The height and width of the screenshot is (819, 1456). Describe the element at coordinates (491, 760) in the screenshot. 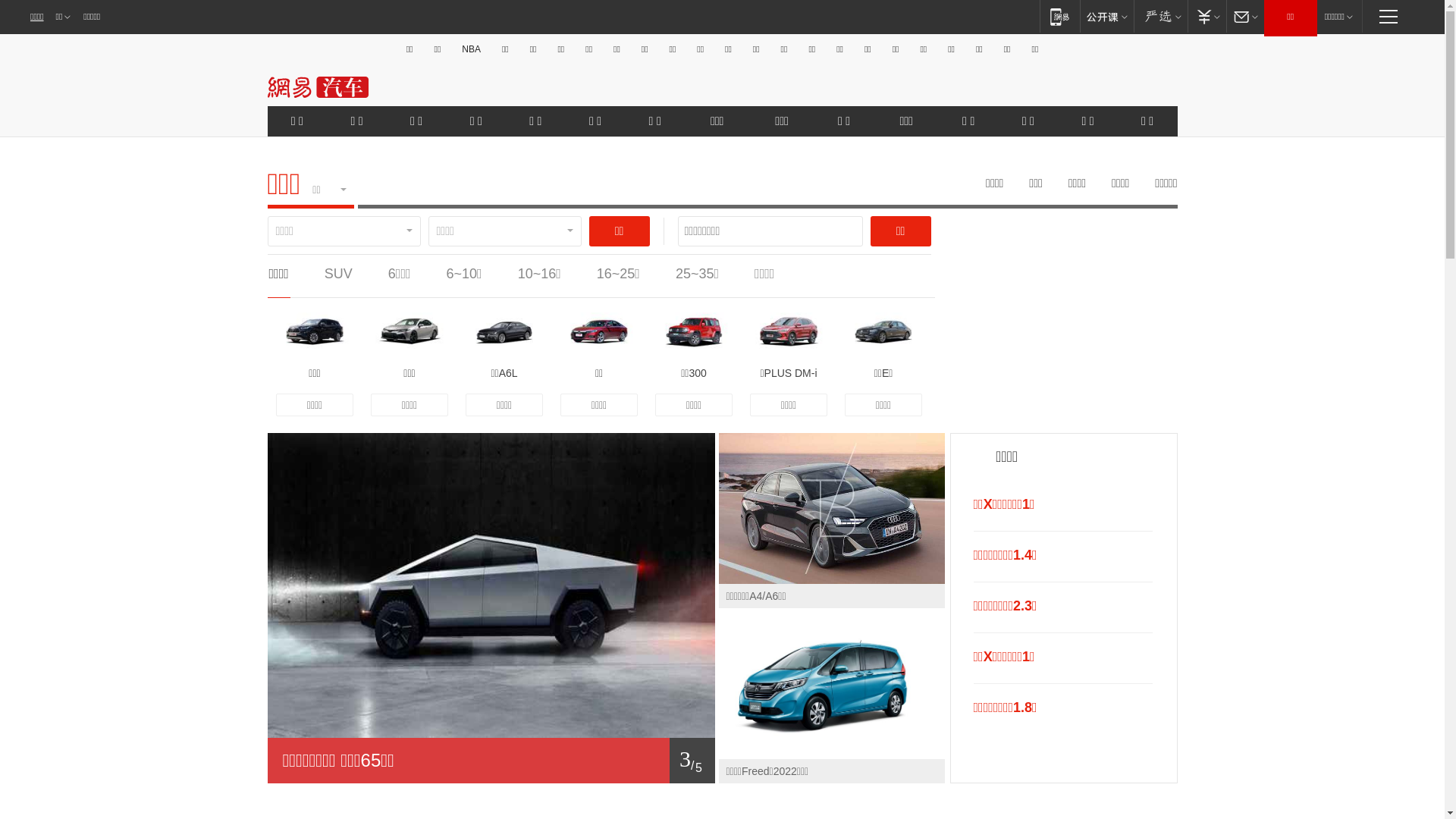

I see `'1/ 5'` at that location.